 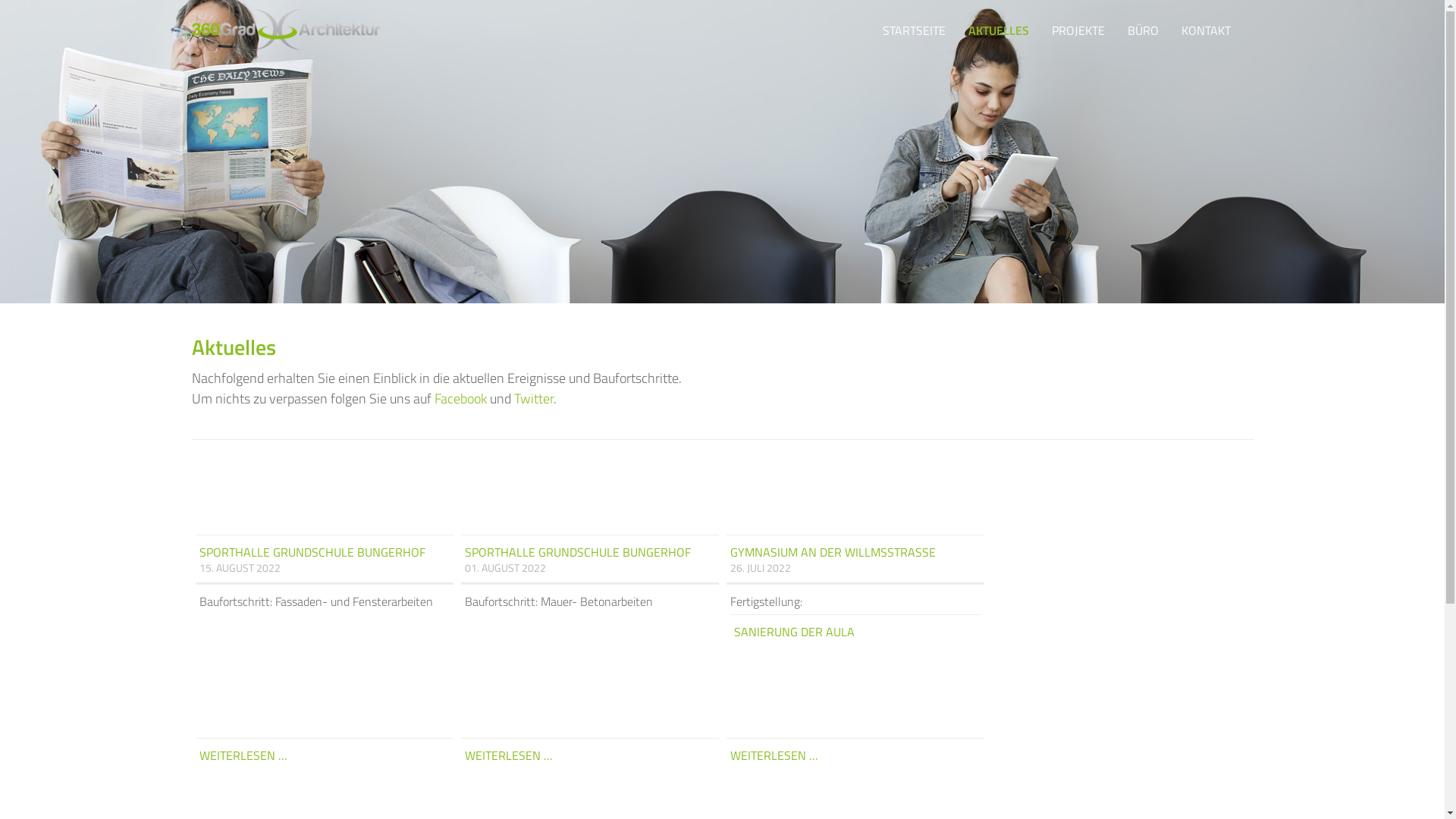 What do you see at coordinates (855, 627) in the screenshot?
I see `'SANIERUNG DER AULA'` at bounding box center [855, 627].